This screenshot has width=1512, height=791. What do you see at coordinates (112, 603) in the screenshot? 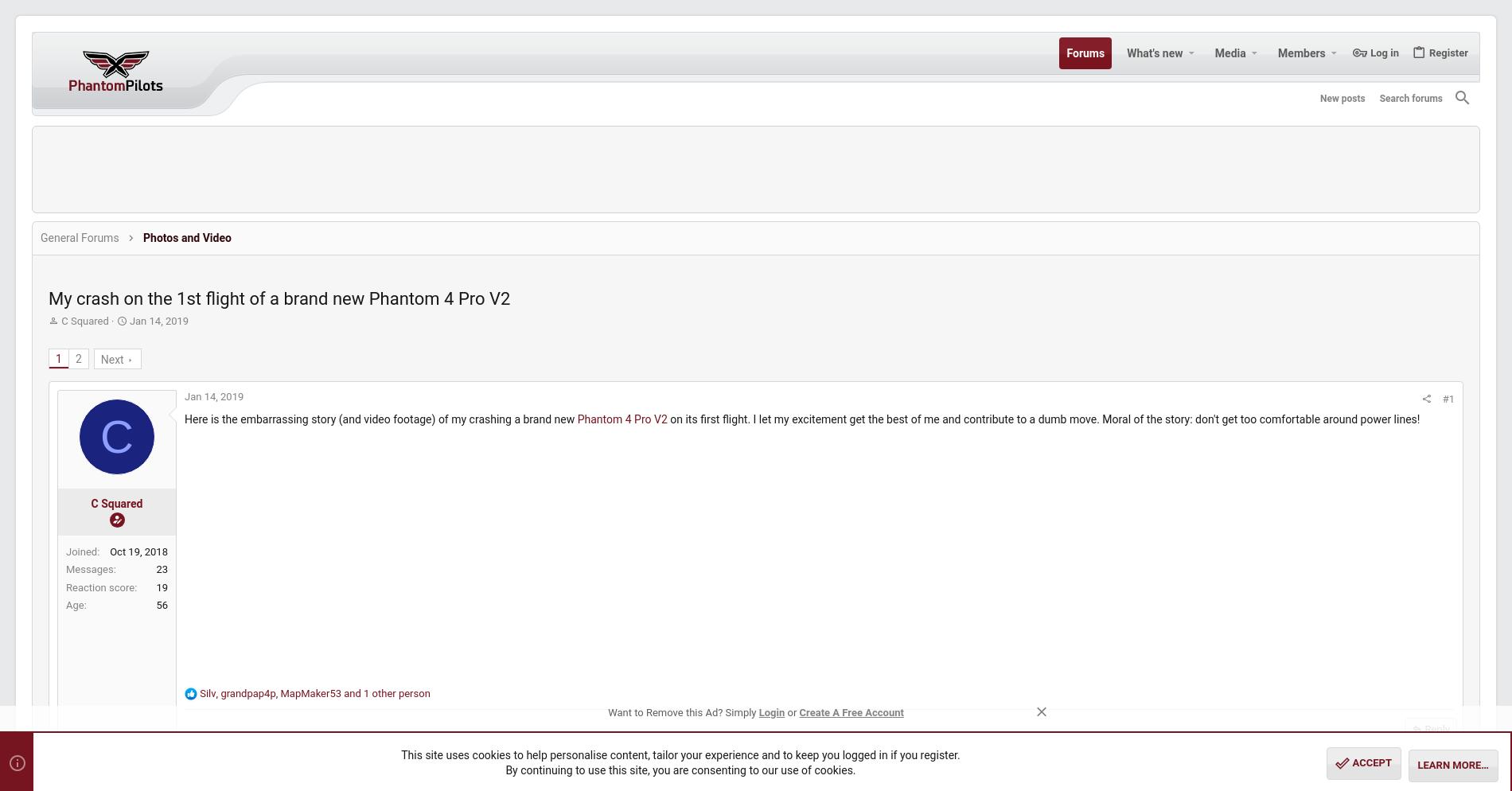
I see `'Age'` at bounding box center [112, 603].